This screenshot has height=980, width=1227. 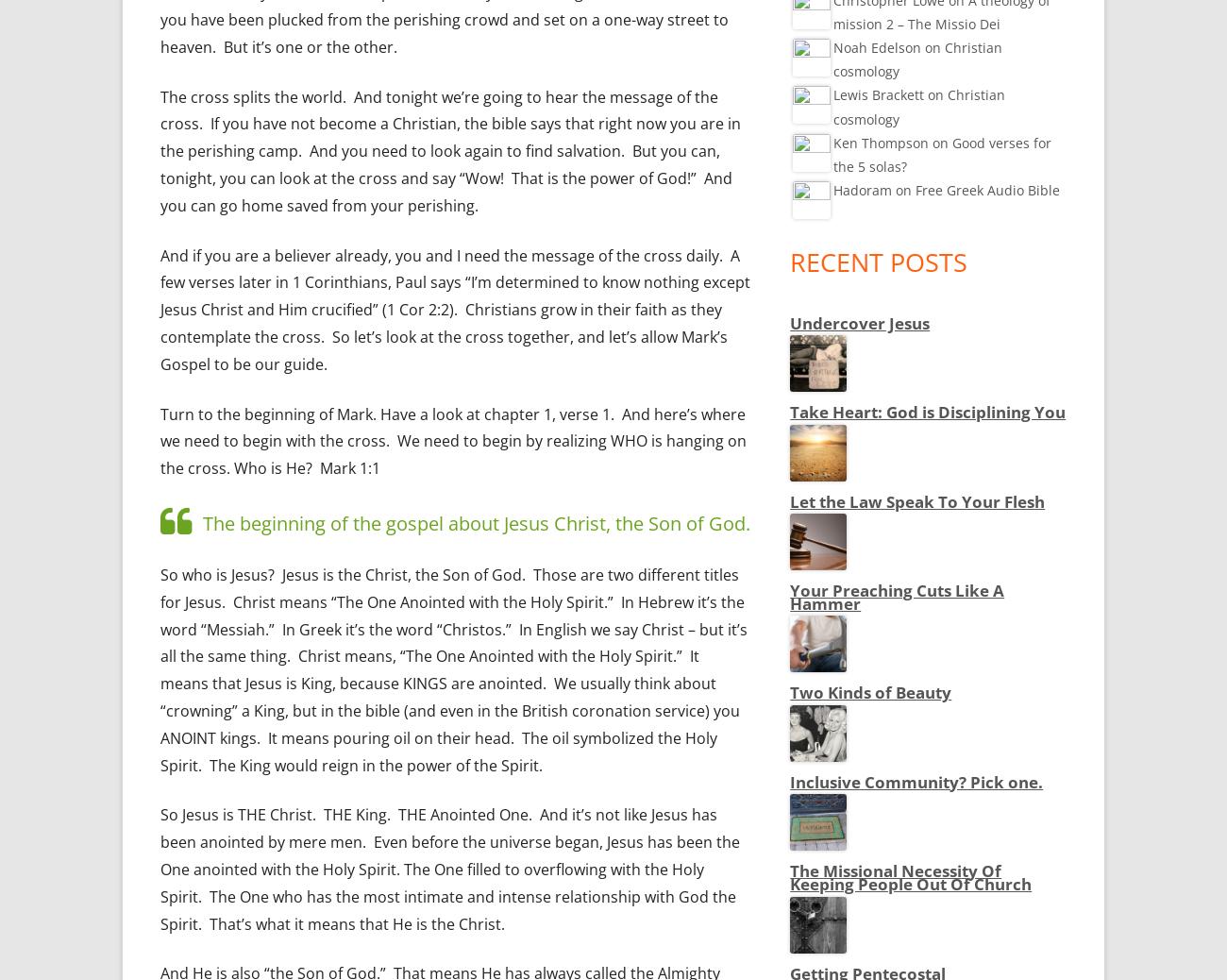 What do you see at coordinates (454, 309) in the screenshot?
I see `'And if you are a believer already, you and I need the message of the cross daily.  A few verses later in 1 Corinthians, Paul says “I’m determined to know nothing except Jesus Christ and Him crucified” (1 Cor 2:2).  Christians grow in their faith as they contemplate the cross.  So let’s look at the cross together, and let’s allow Mark’s Gospel to be our guide.'` at bounding box center [454, 309].